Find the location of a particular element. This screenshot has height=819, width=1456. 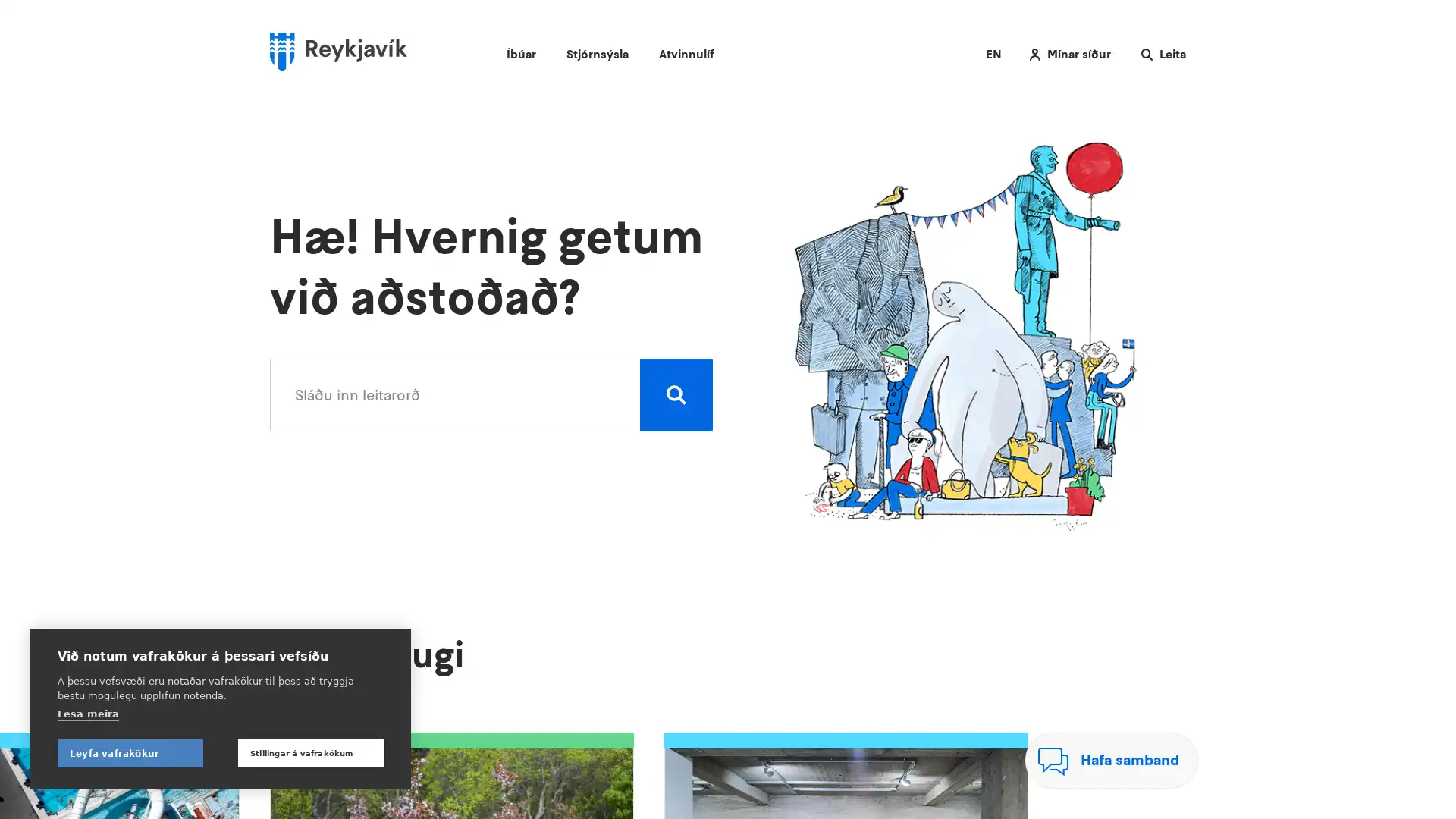

Ibuar is located at coordinates (521, 51).